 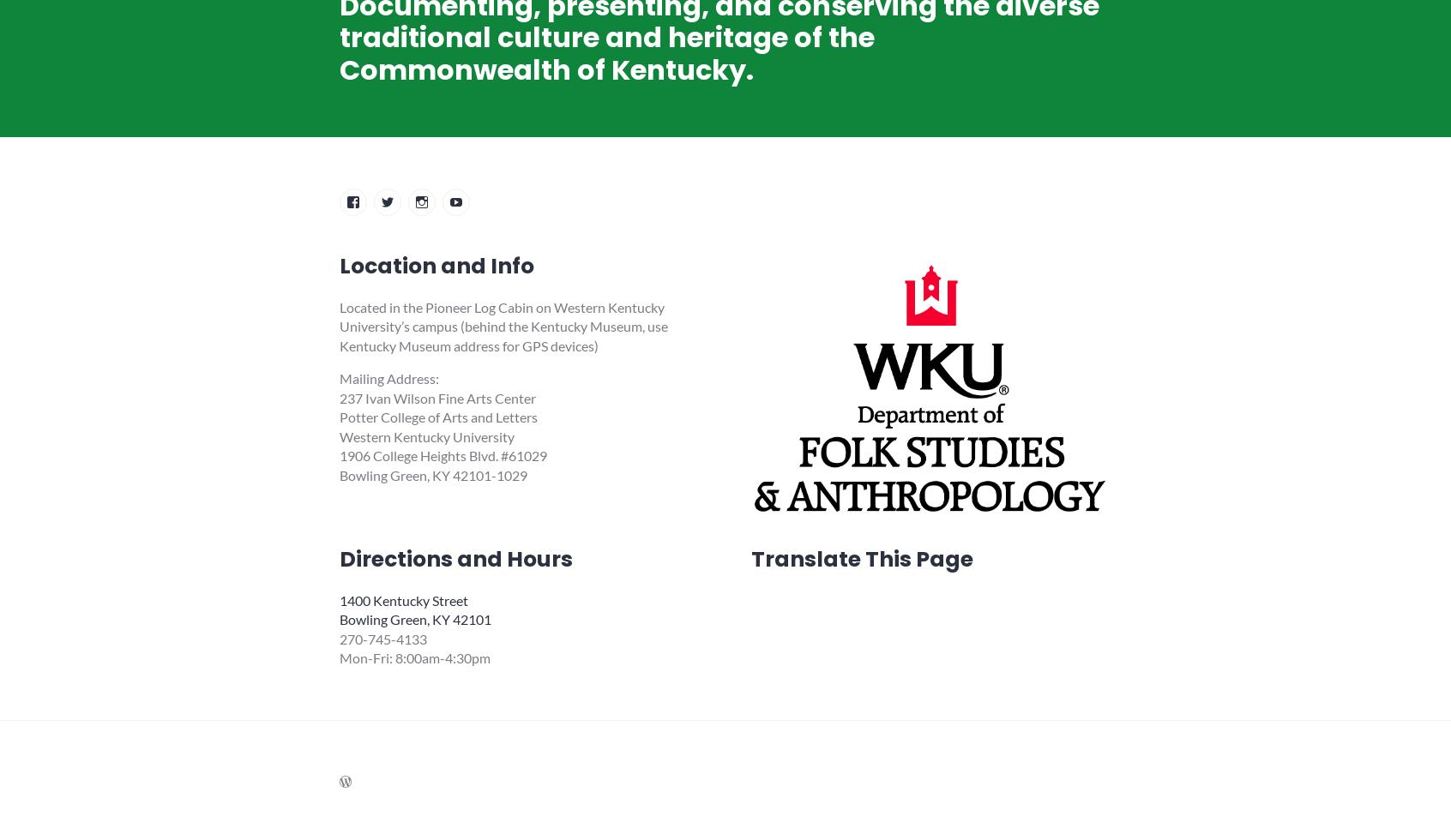 What do you see at coordinates (455, 559) in the screenshot?
I see `'Directions and Hours'` at bounding box center [455, 559].